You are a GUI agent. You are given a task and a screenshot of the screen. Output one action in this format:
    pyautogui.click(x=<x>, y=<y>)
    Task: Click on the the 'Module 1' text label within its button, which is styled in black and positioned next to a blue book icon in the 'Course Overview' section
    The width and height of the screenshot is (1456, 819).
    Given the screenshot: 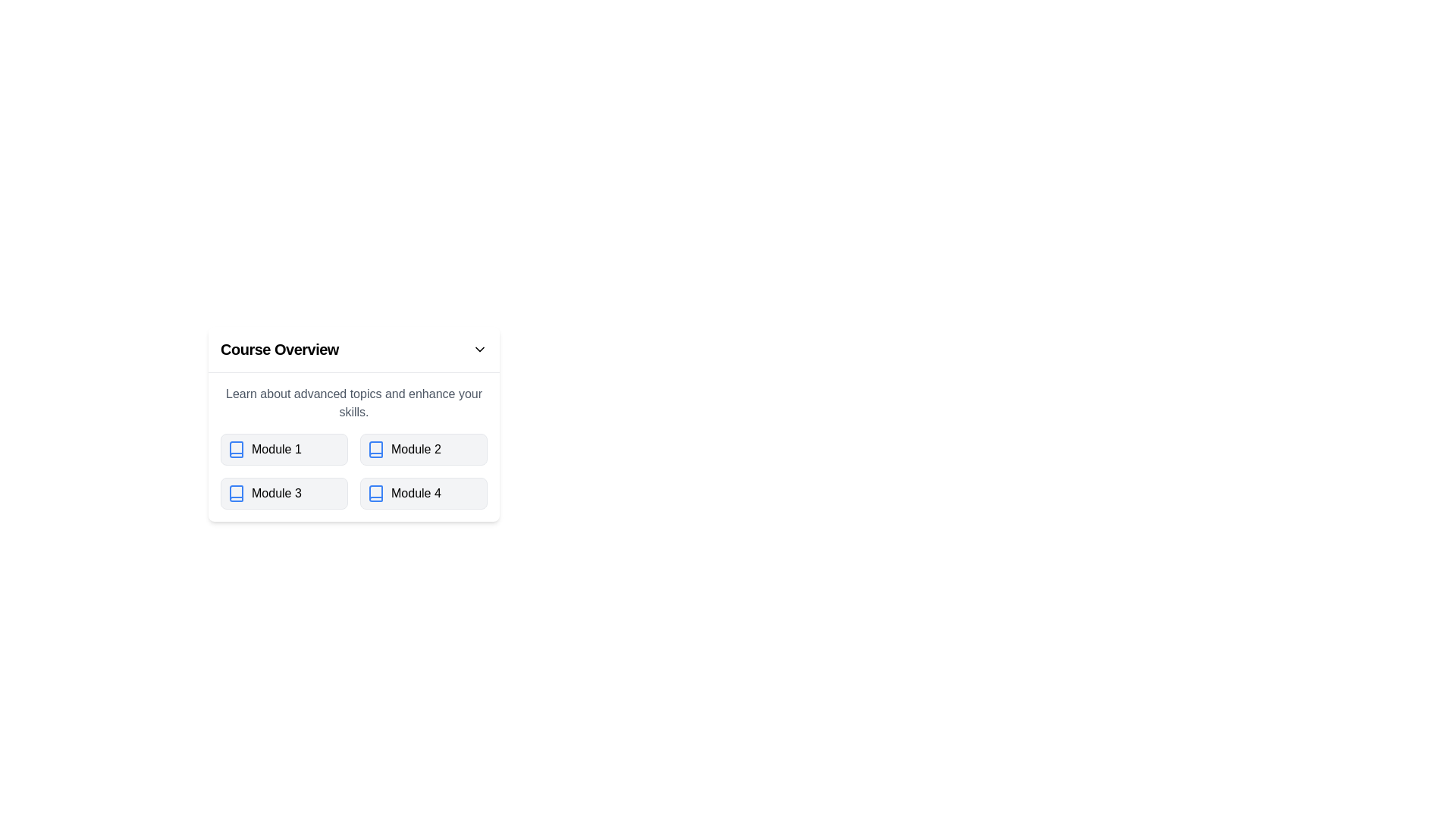 What is the action you would take?
    pyautogui.click(x=276, y=449)
    